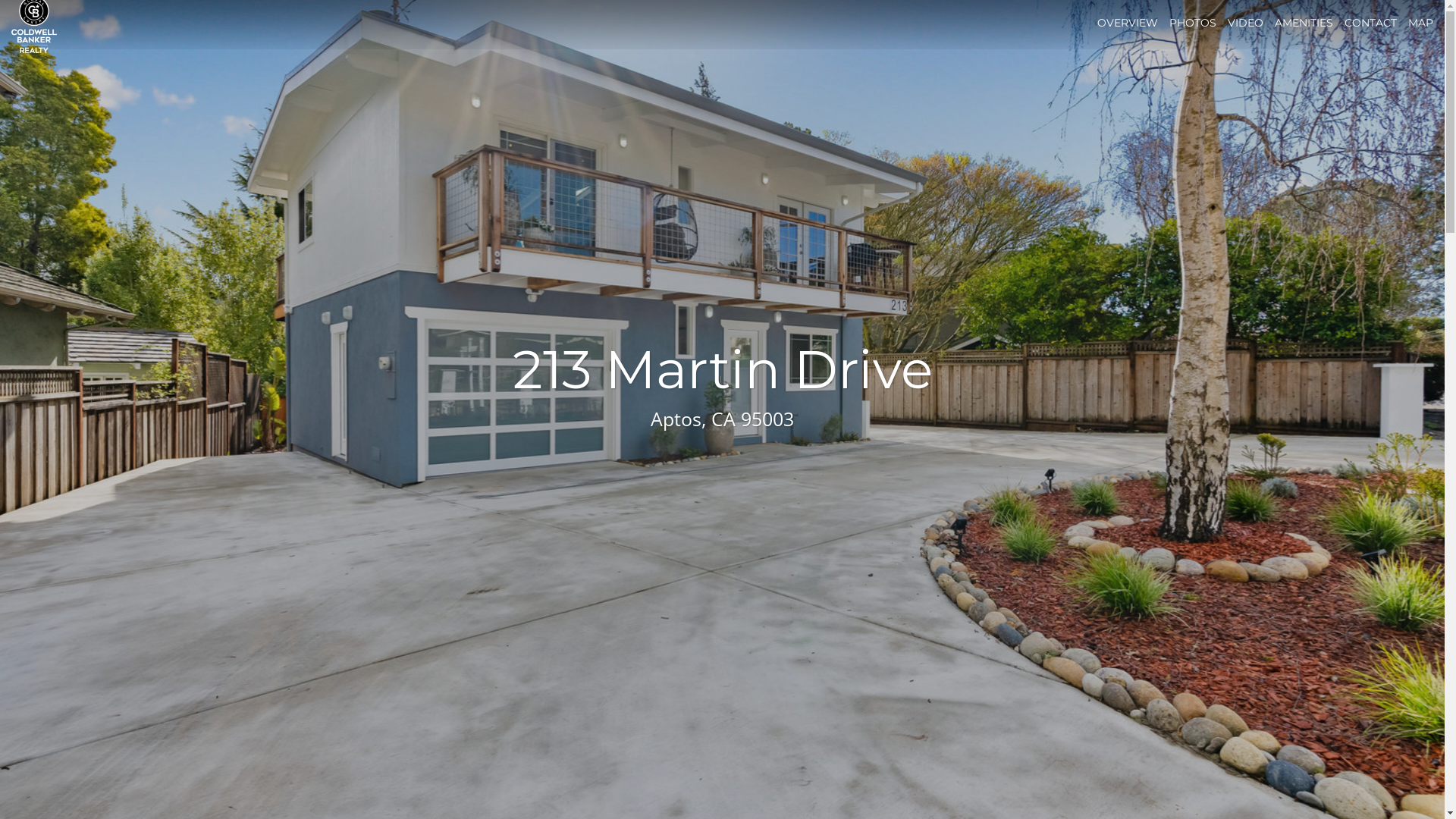  I want to click on 'PHOTOS', so click(1192, 23).